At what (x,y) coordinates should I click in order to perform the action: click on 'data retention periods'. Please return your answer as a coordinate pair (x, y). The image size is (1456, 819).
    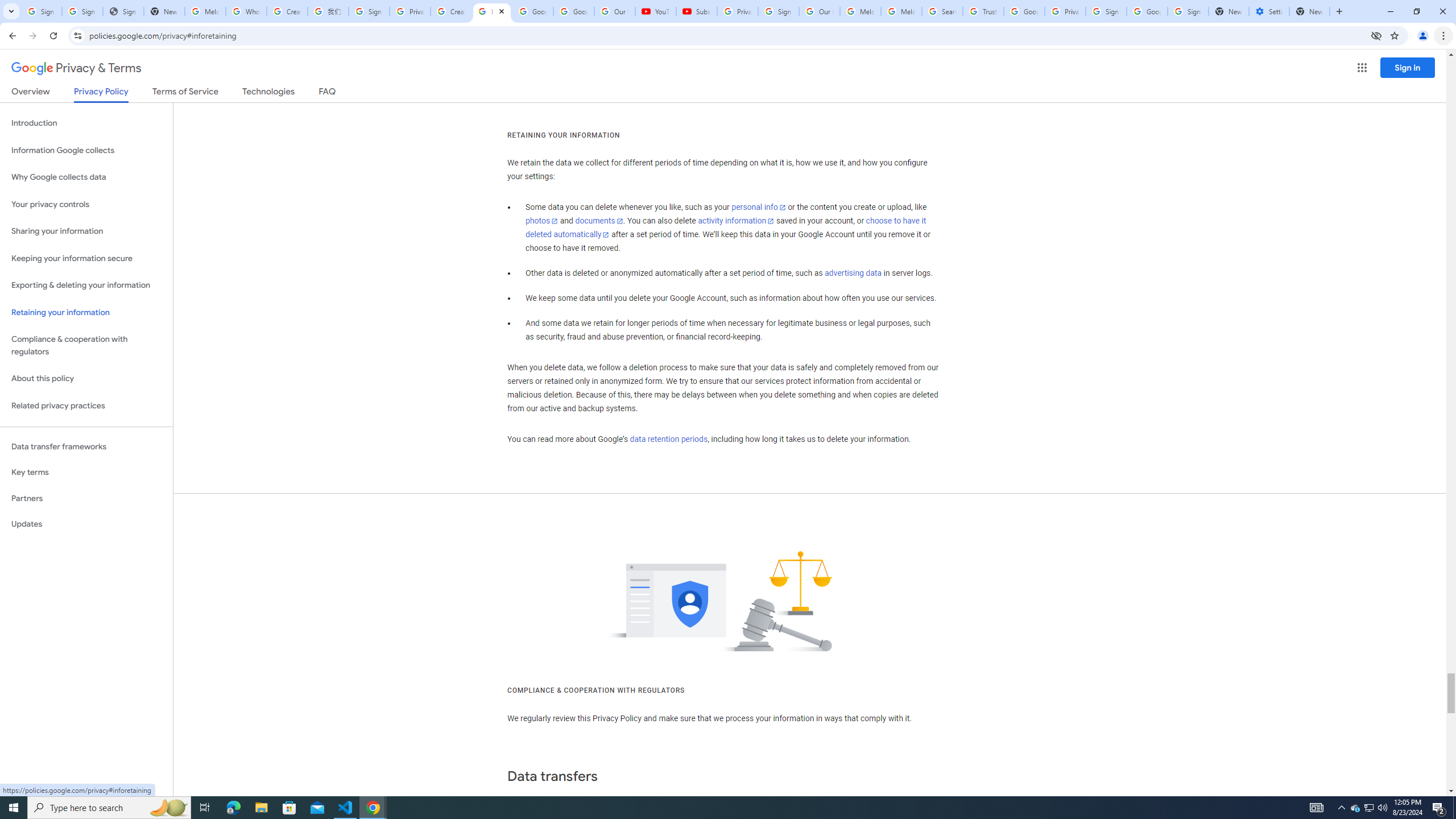
    Looking at the image, I should click on (668, 440).